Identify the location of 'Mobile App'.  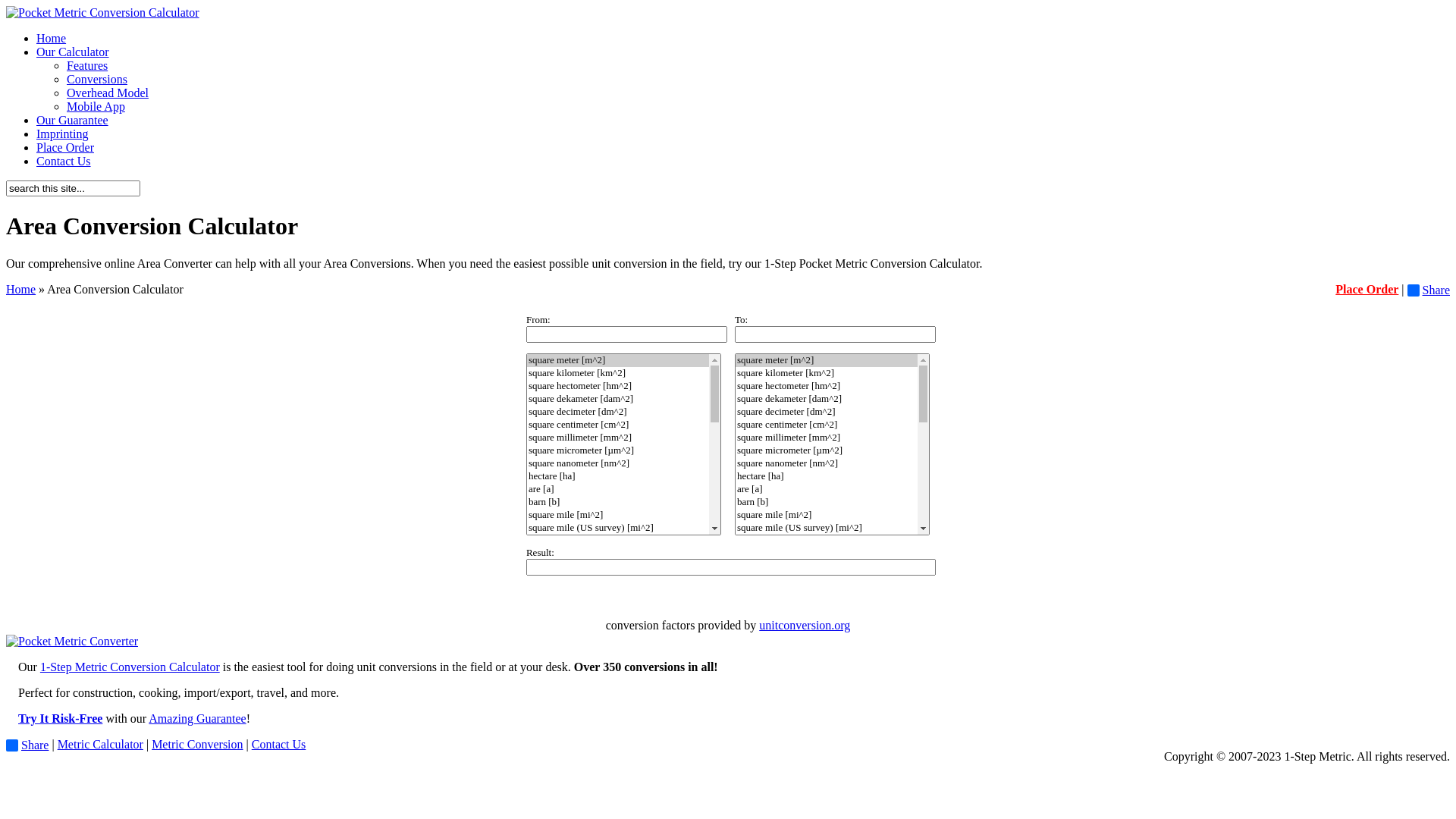
(95, 105).